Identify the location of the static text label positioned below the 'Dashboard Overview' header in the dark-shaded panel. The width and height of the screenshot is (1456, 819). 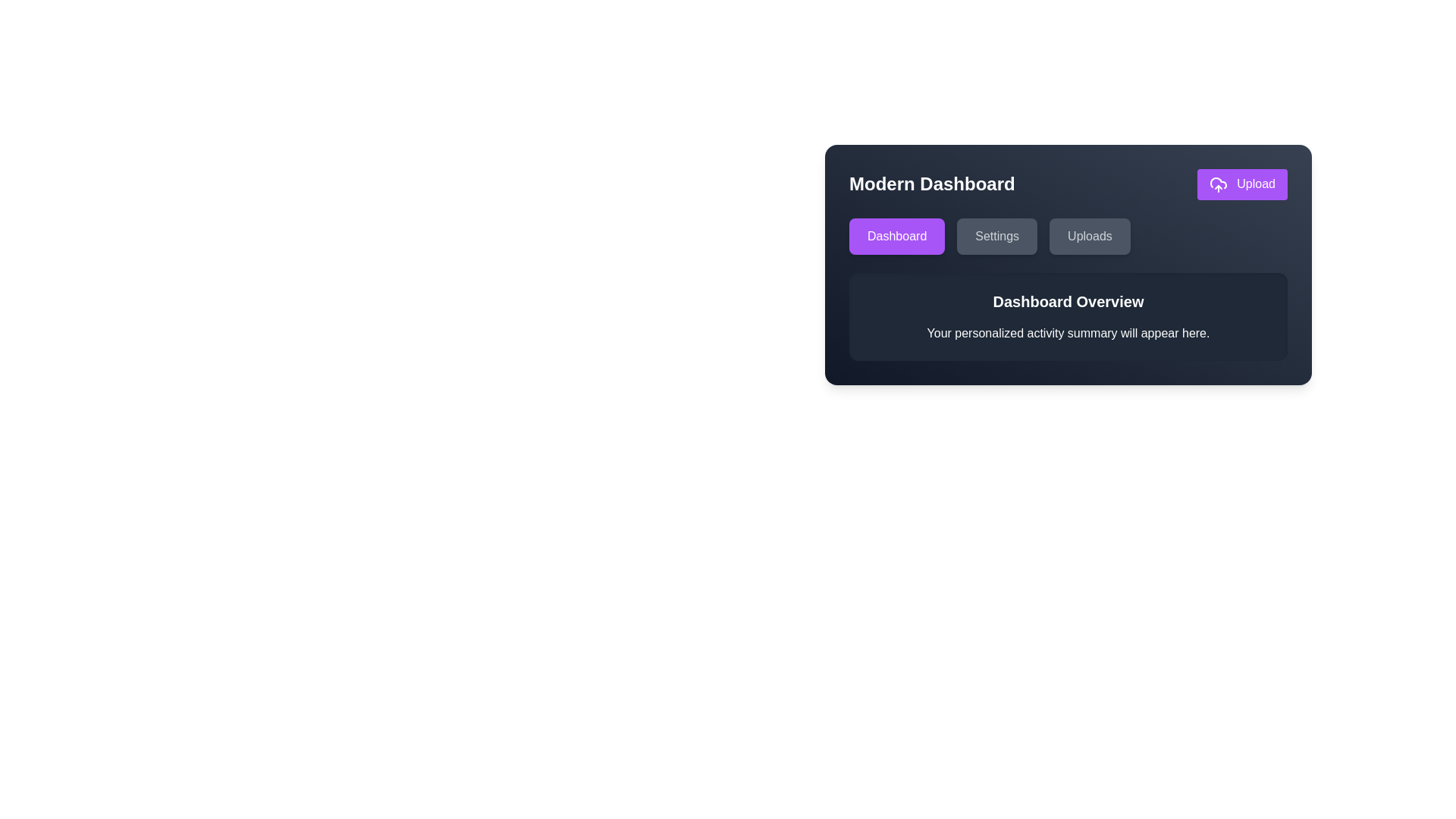
(1068, 332).